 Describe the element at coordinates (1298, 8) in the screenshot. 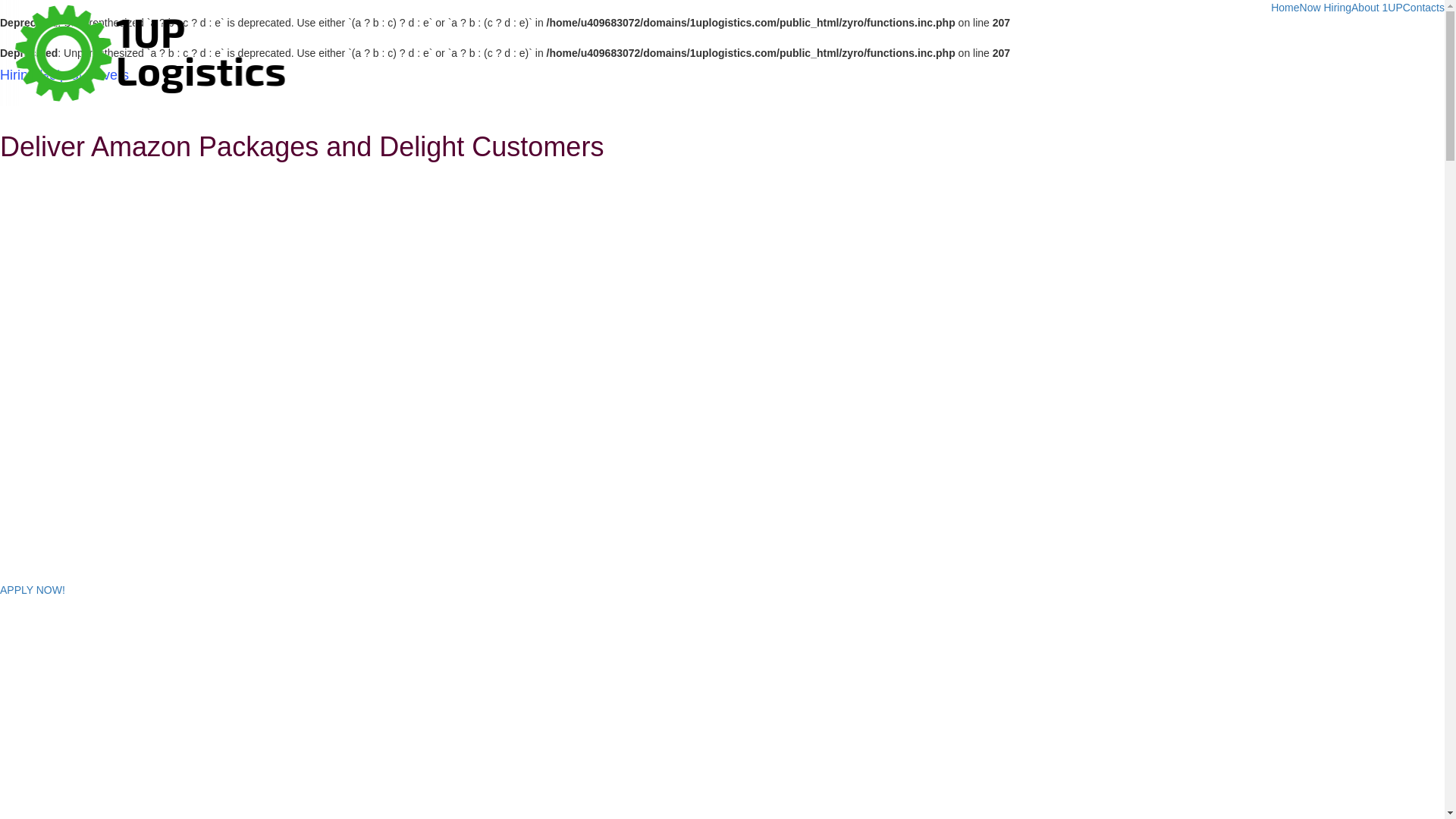

I see `'Now Hiring'` at that location.